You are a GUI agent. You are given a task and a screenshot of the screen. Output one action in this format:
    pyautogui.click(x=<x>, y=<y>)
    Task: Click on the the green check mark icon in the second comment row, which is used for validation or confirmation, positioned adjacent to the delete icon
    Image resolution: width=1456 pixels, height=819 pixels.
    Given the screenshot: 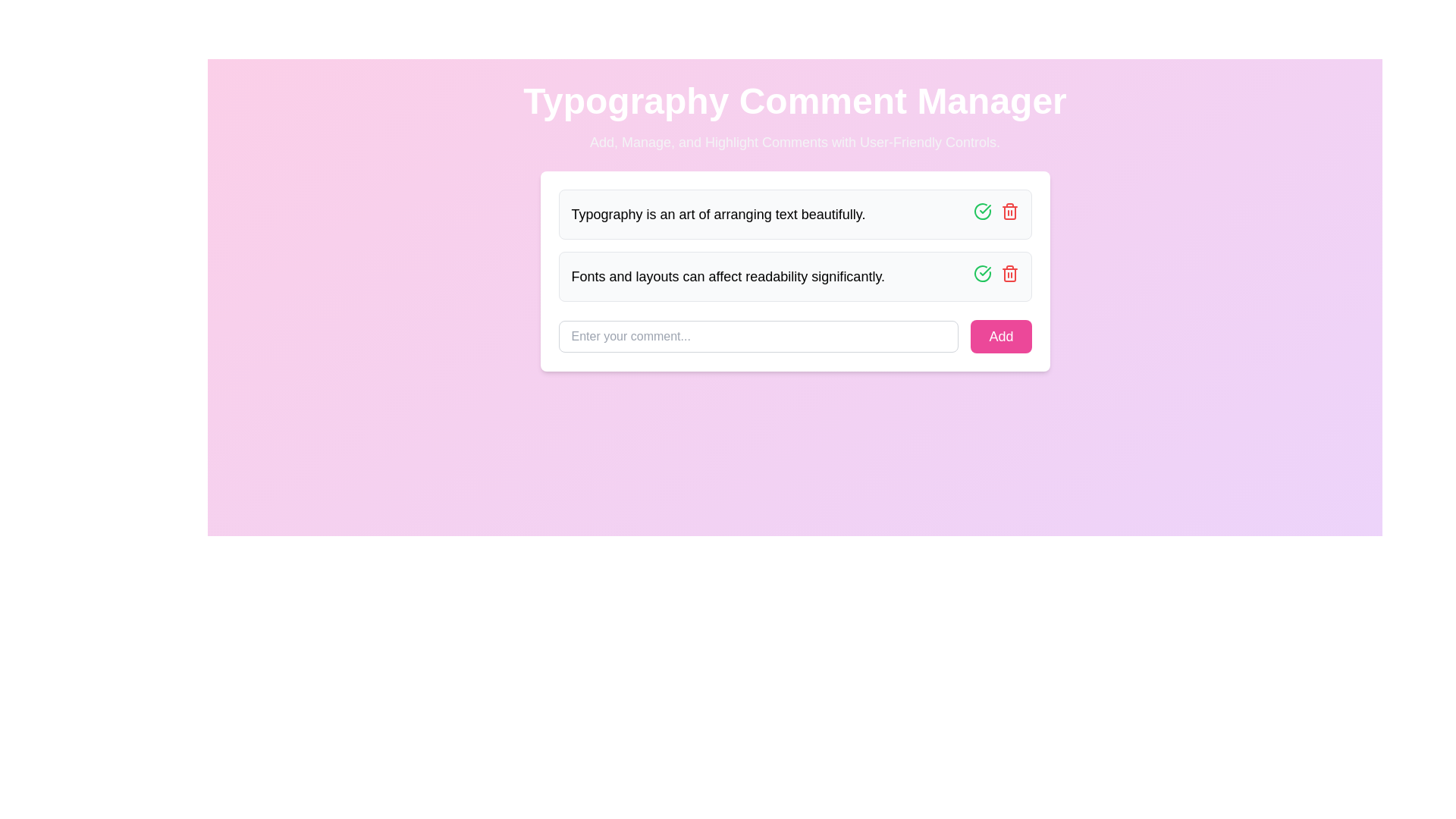 What is the action you would take?
    pyautogui.click(x=985, y=209)
    